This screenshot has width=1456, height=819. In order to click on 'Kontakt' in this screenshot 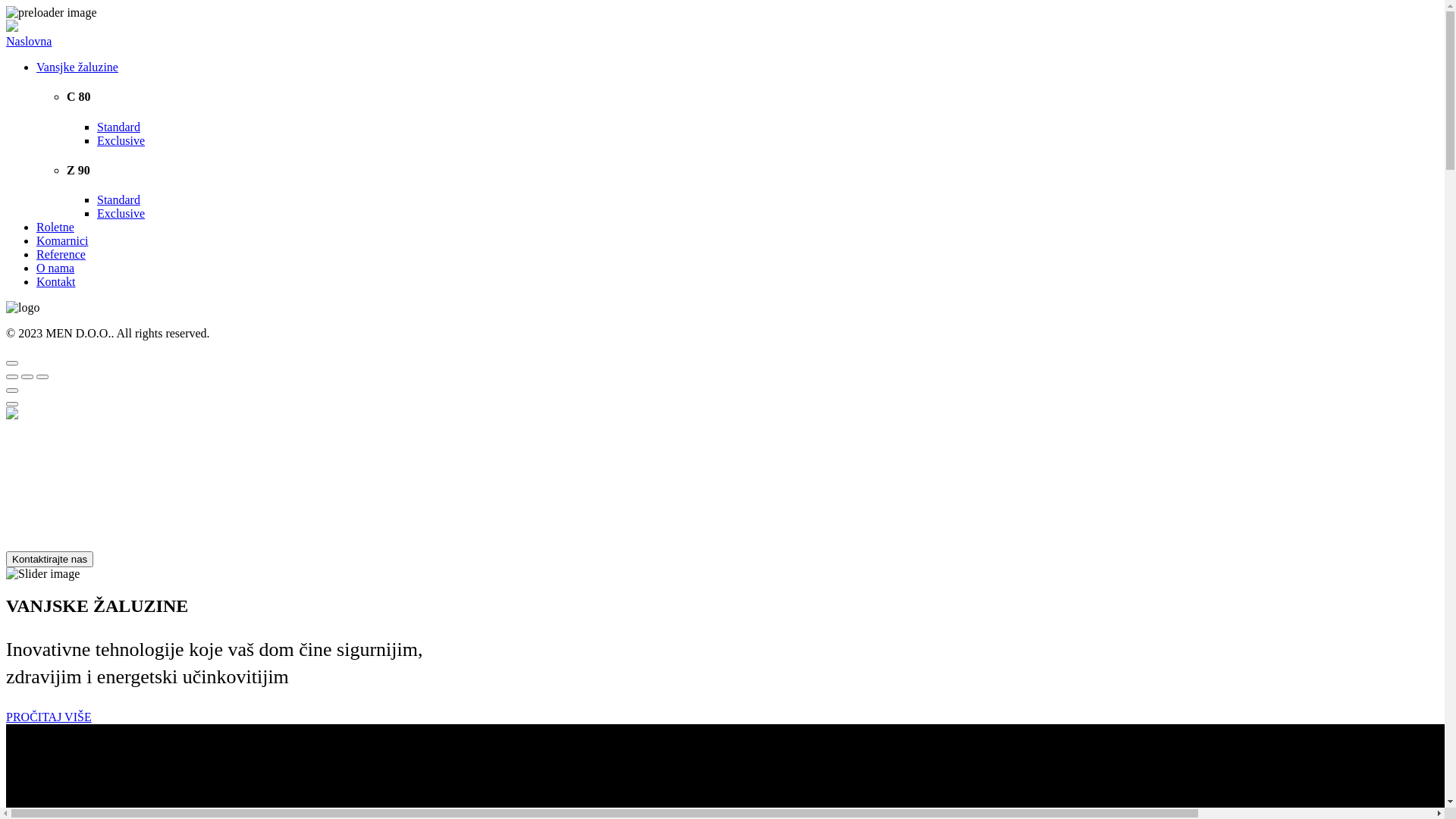, I will do `click(55, 281)`.